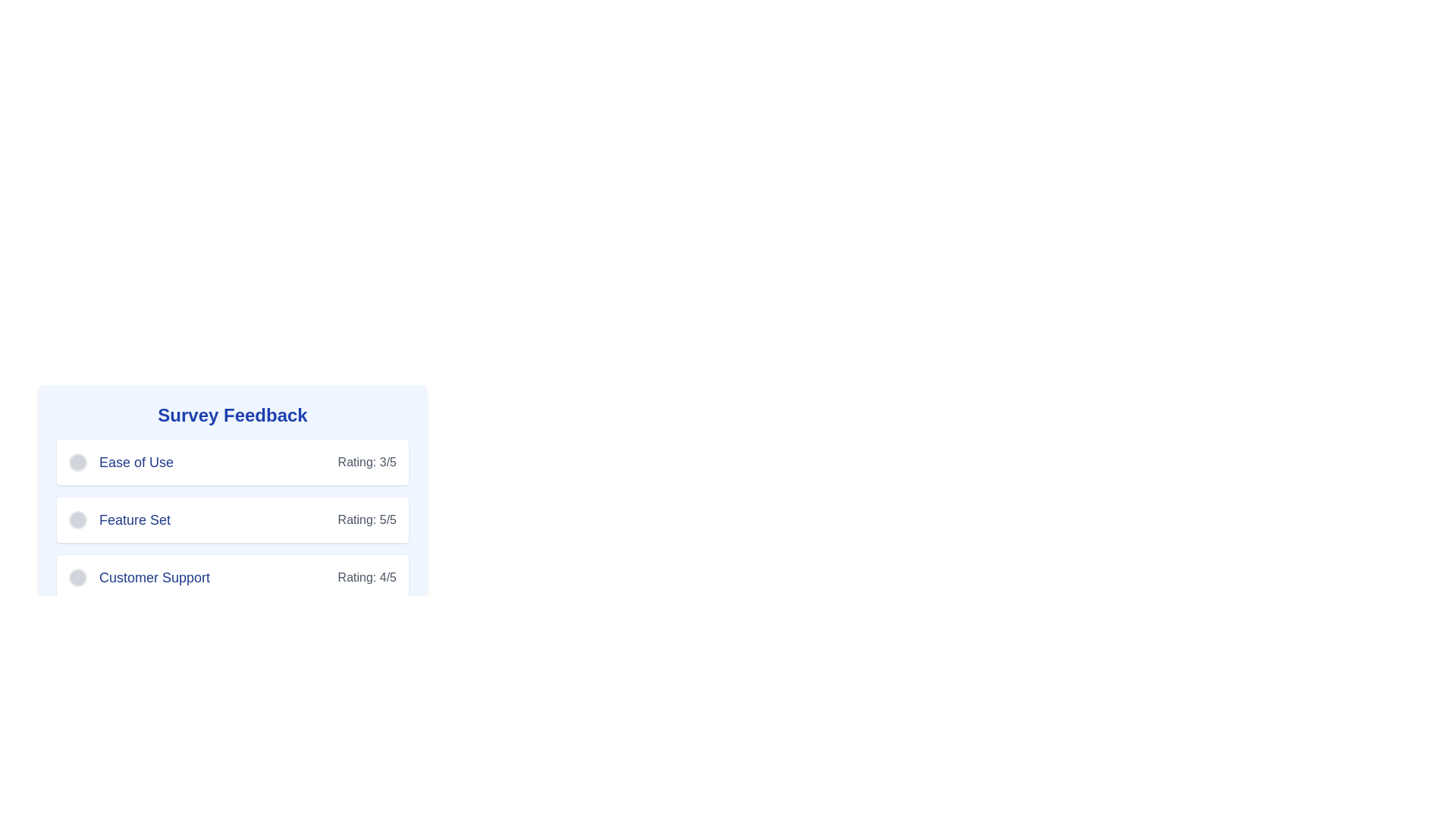  What do you see at coordinates (155, 578) in the screenshot?
I see `the 'Customer Support' text label element, which is the third item under the 'Survey Feedback' section, styled in dark blue and bold font` at bounding box center [155, 578].